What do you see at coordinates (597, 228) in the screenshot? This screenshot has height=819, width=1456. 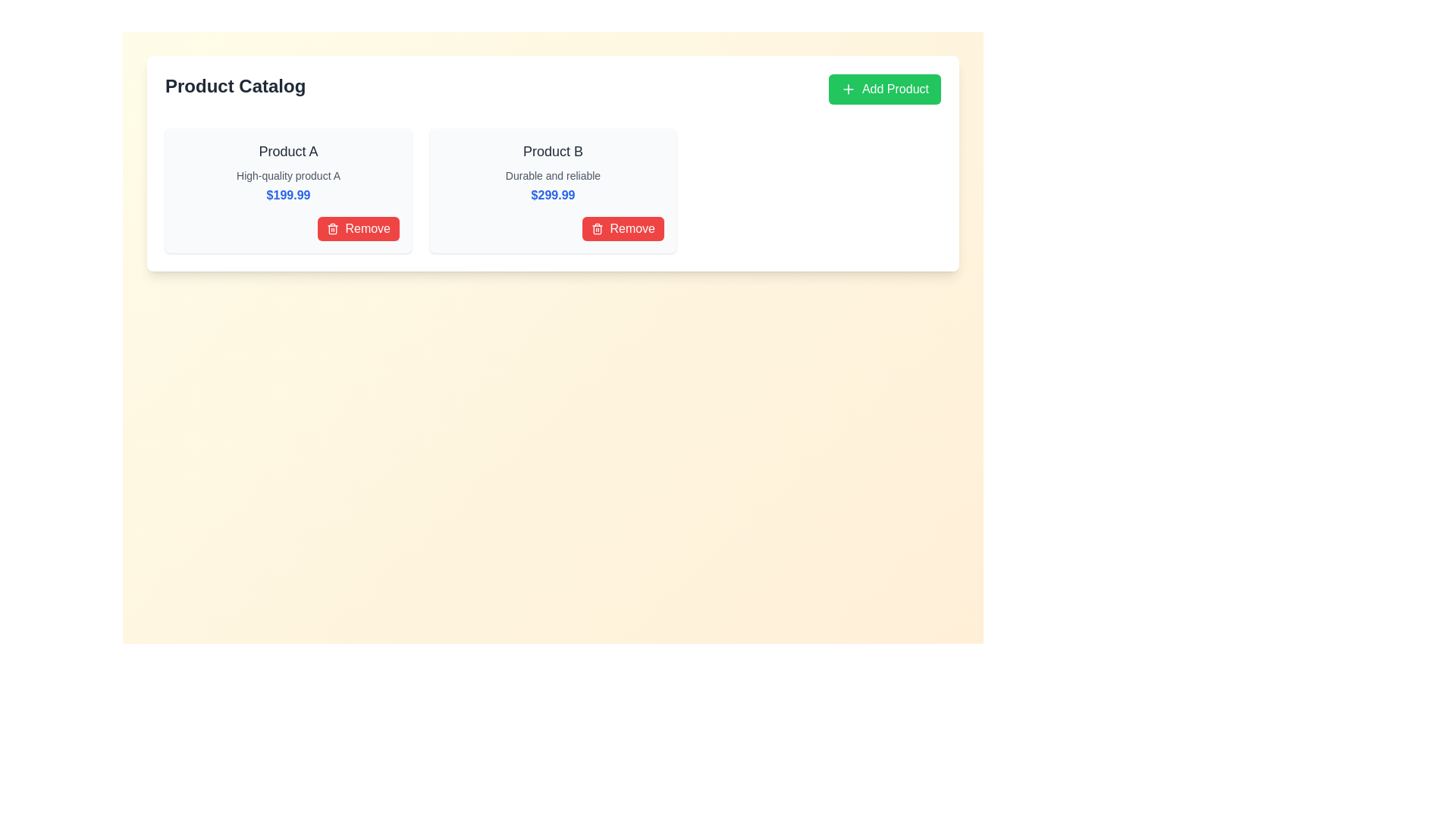 I see `the trash bin icon with a minimalistic design, located inside the red 'Remove' button under 'Product B'` at bounding box center [597, 228].